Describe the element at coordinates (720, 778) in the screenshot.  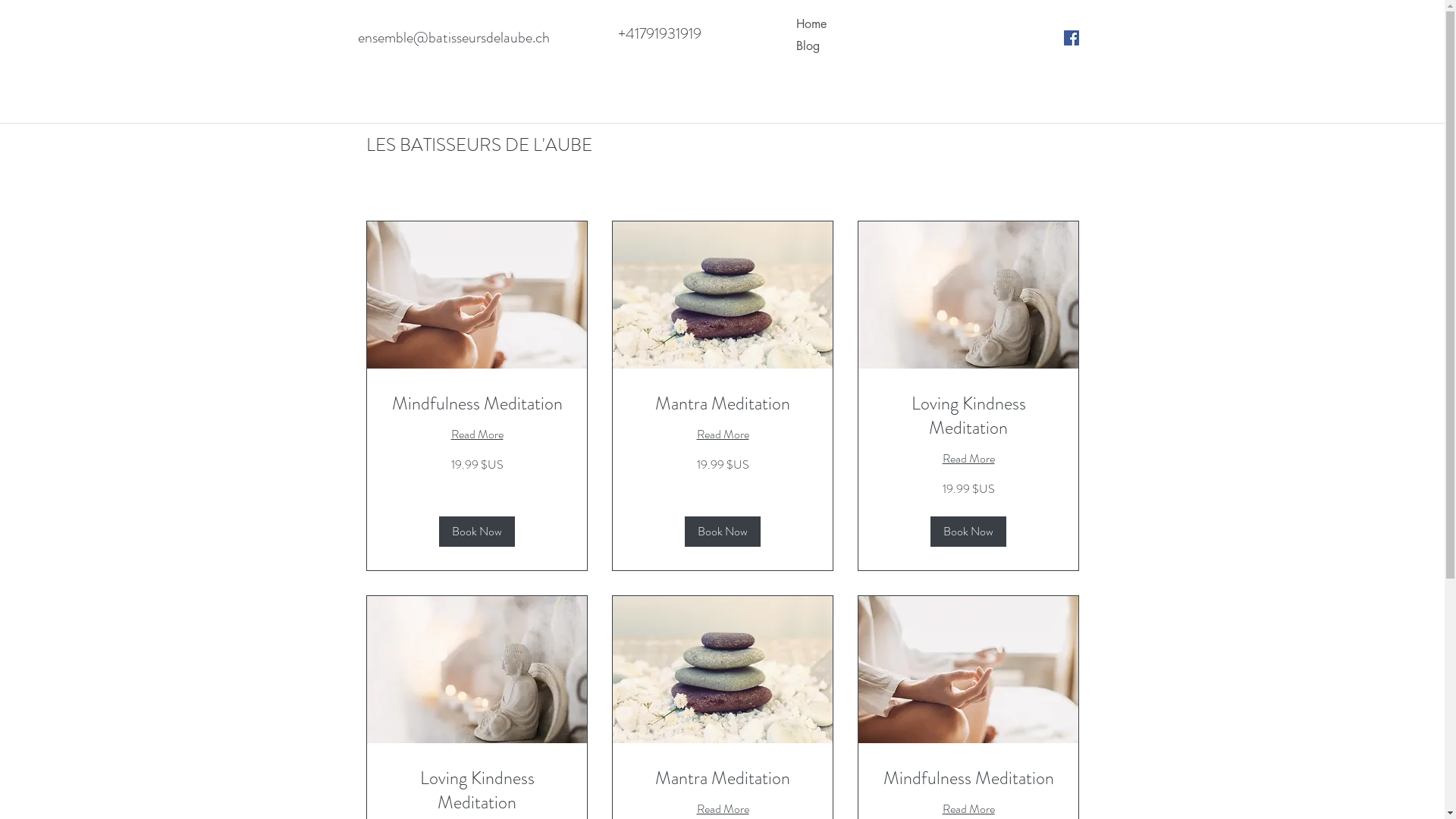
I see `'Mantra Meditation'` at that location.